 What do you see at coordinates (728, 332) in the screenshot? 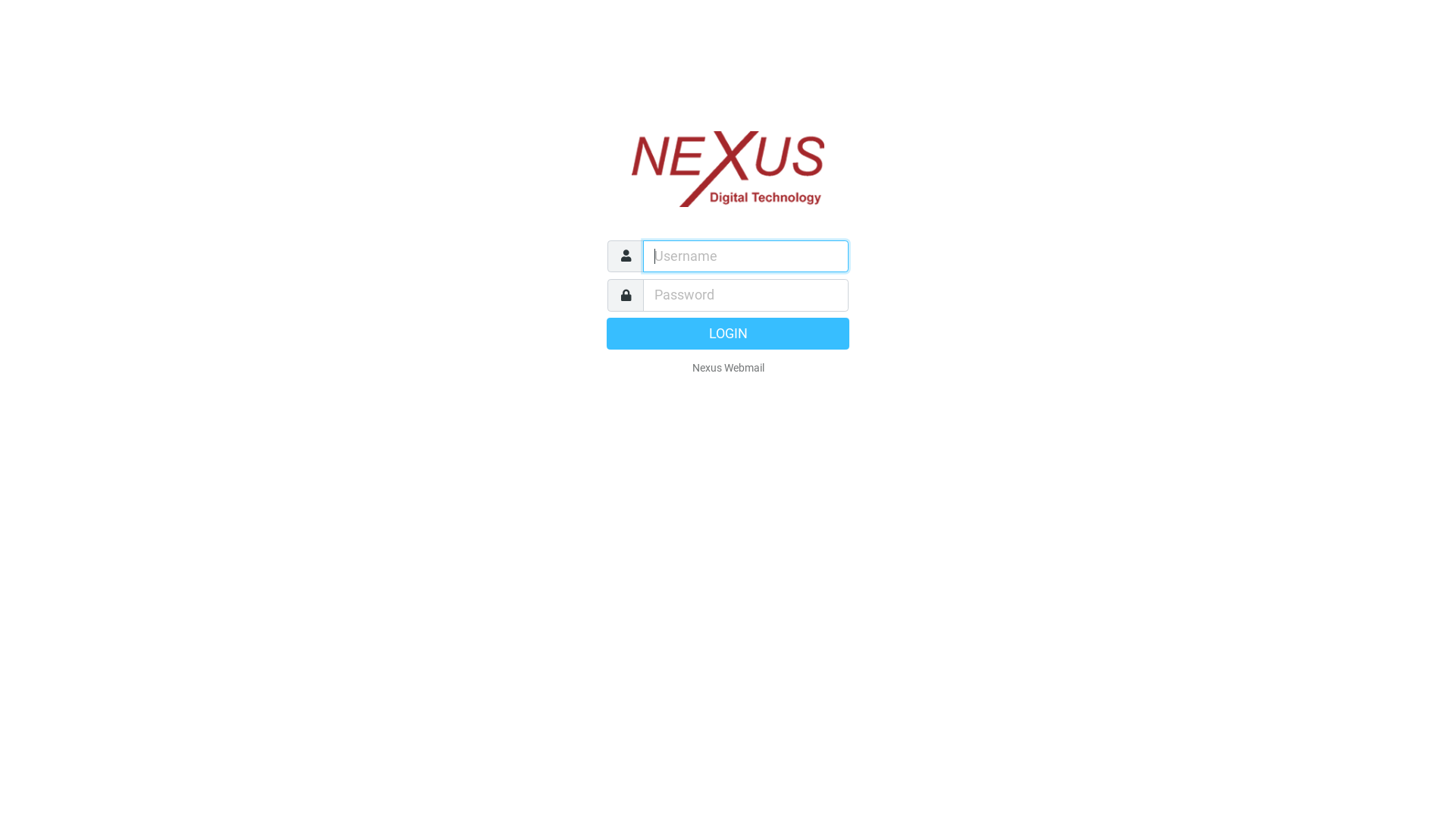
I see `'LOGIN'` at bounding box center [728, 332].